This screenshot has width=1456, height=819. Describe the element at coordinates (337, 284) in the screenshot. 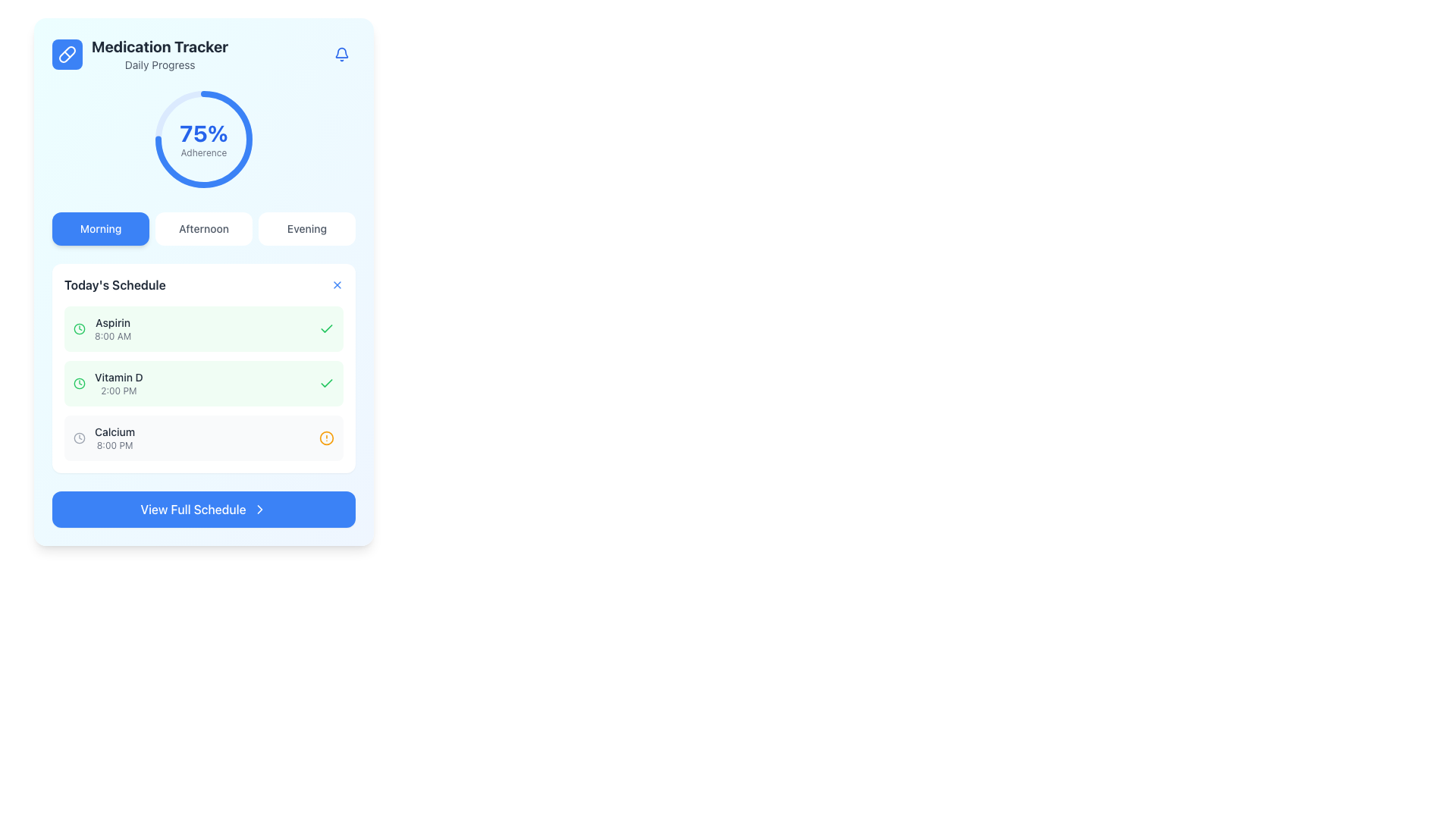

I see `the close button represented by a blue 'x' symbol located at the top right corner of the 'Today's Schedule' heading` at that location.